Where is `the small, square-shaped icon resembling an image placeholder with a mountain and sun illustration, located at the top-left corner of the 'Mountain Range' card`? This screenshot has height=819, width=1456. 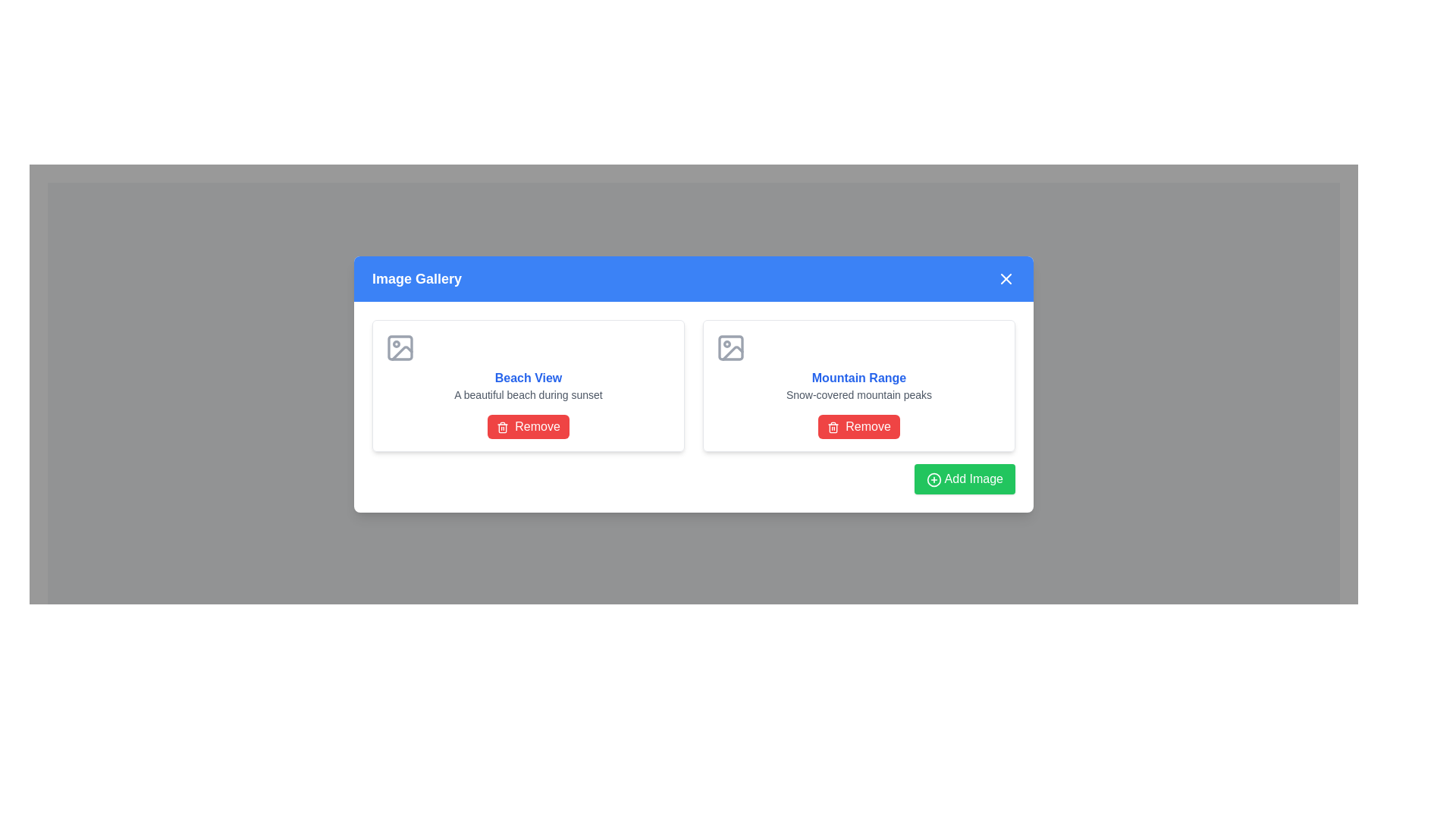
the small, square-shaped icon resembling an image placeholder with a mountain and sun illustration, located at the top-left corner of the 'Mountain Range' card is located at coordinates (731, 348).